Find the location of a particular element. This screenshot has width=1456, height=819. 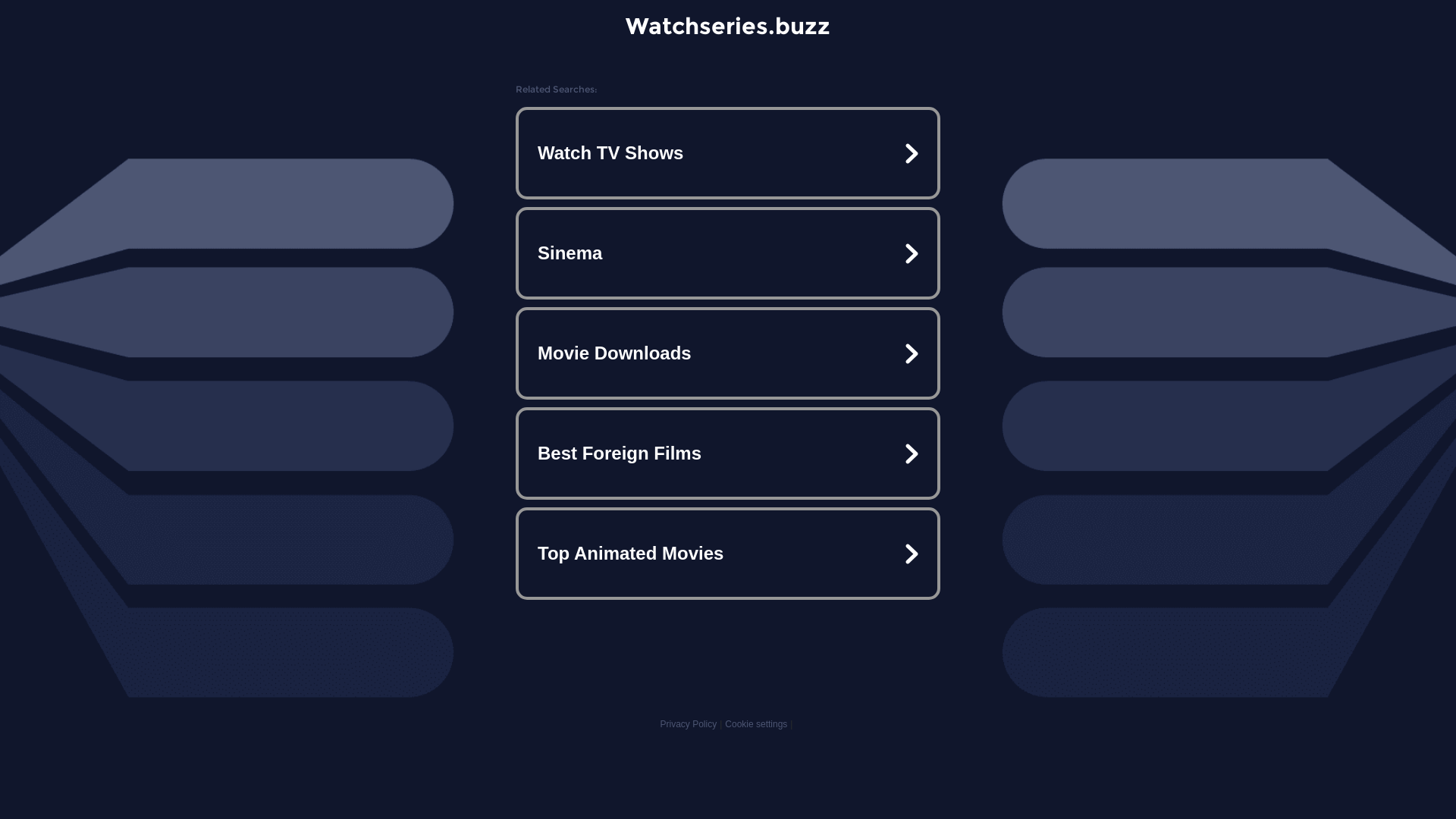

'Cookie settings' is located at coordinates (756, 723).